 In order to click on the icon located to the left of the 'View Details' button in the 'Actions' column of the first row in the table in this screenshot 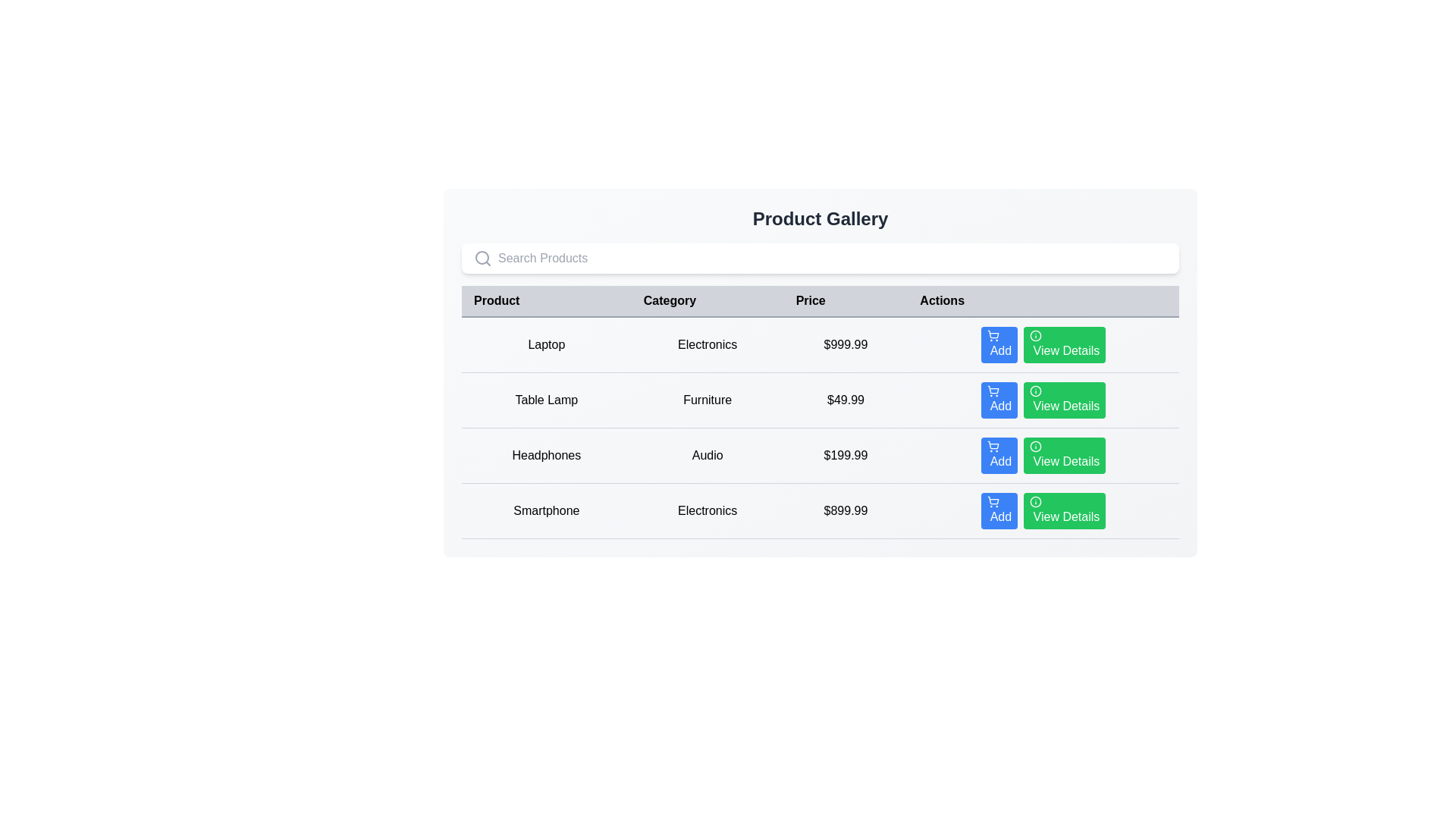, I will do `click(1035, 335)`.